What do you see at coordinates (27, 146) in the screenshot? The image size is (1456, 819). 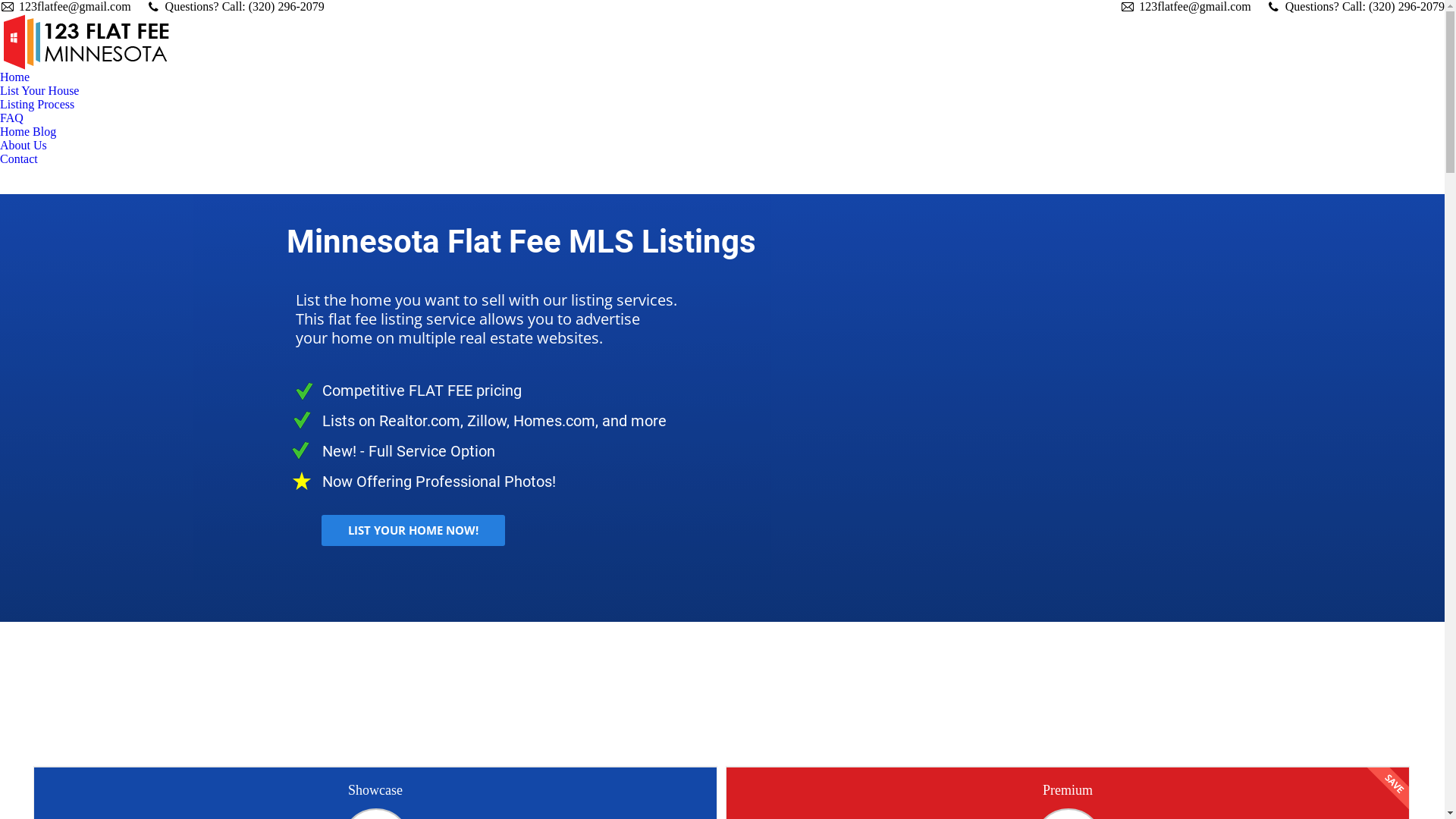 I see `'About Us'` at bounding box center [27, 146].